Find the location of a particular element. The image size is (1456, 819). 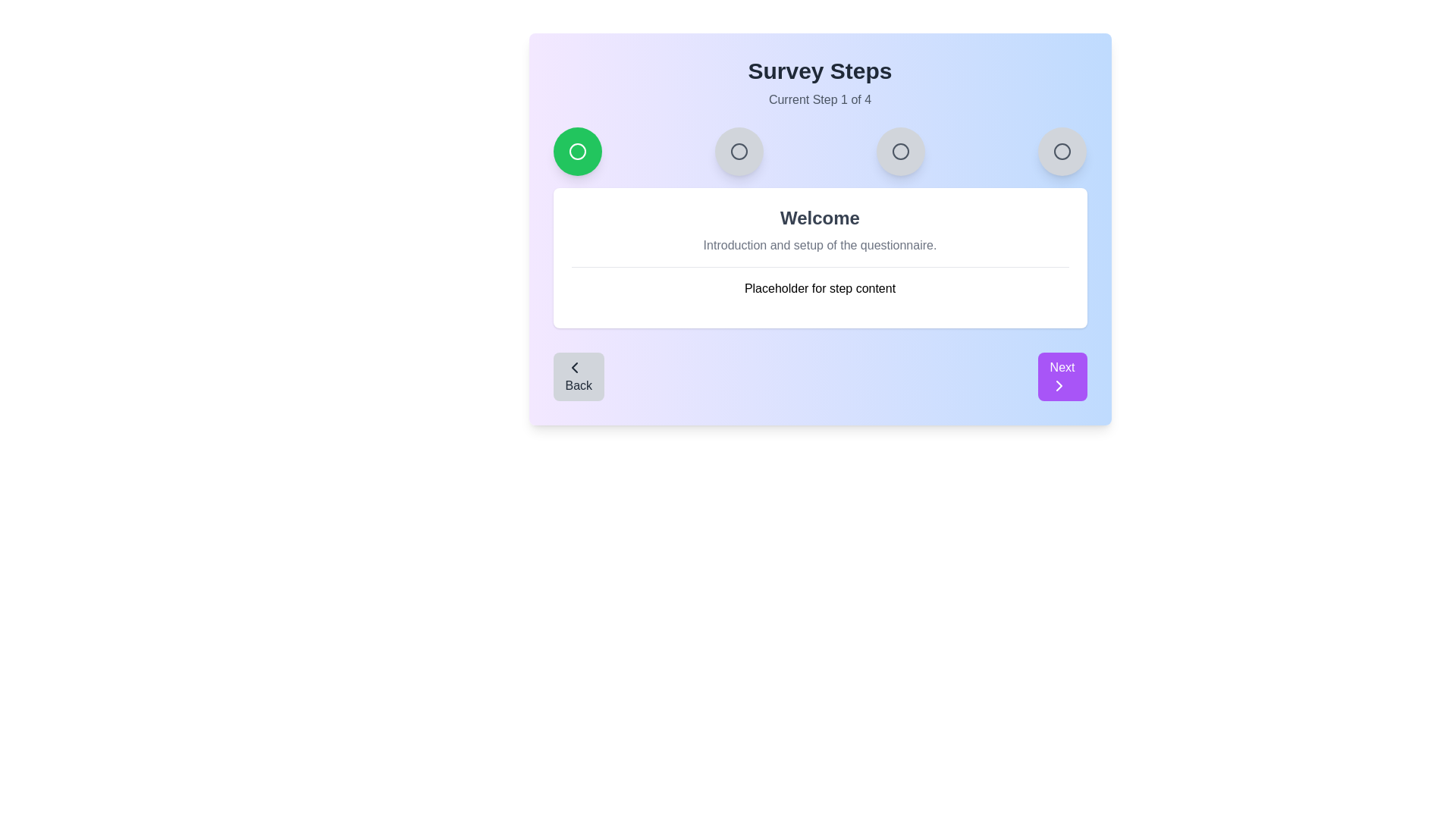

the gray-colored text label that states 'Introduction and setup of the questionnaire', positioned beneath the 'Welcome' heading is located at coordinates (819, 245).